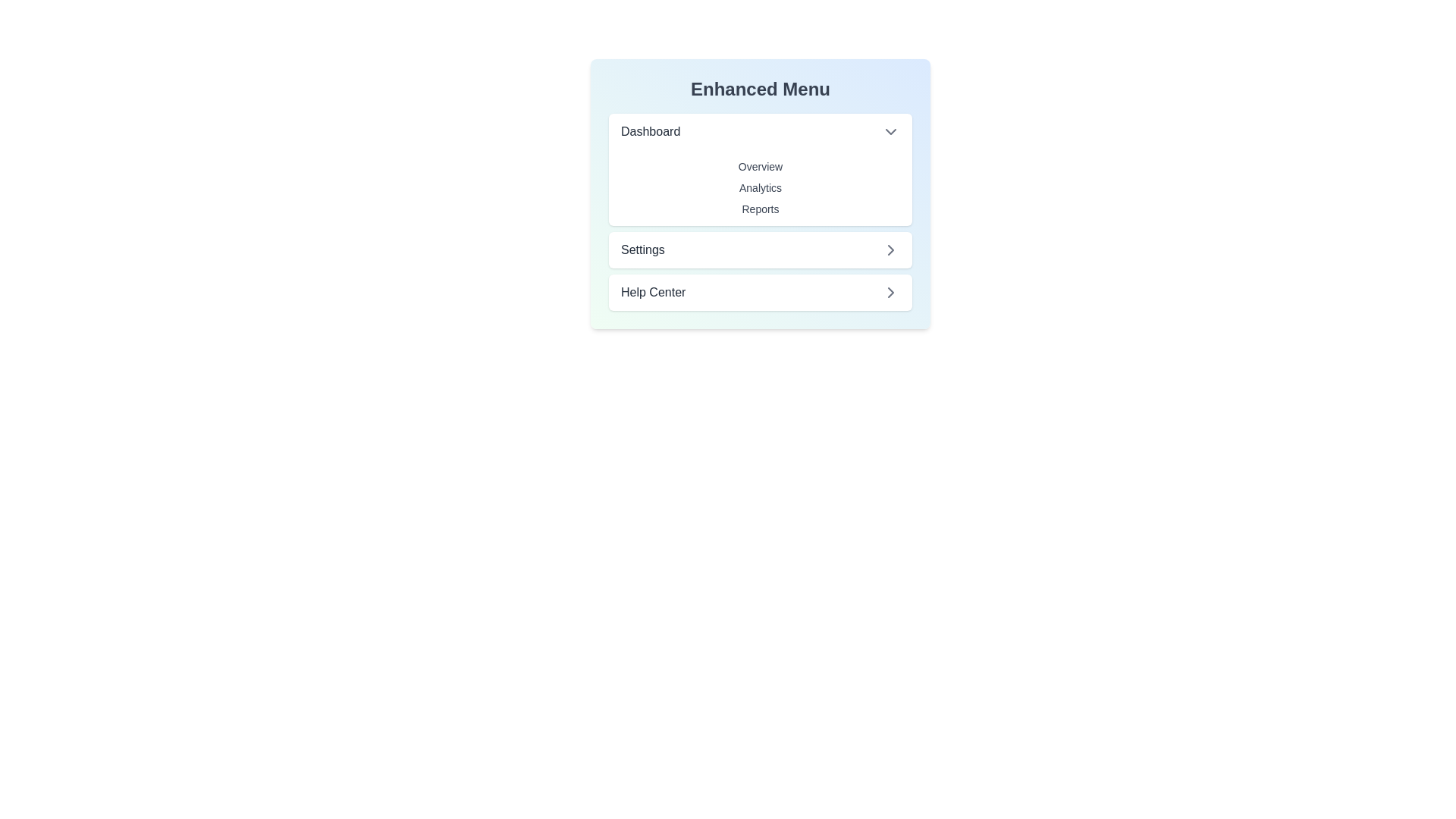  I want to click on the 'Dashboard' text label that is styled in medium-weight font and dark gray color, located in the top section of the 'Enhanced Menu' vertical menu interface, so click(651, 130).